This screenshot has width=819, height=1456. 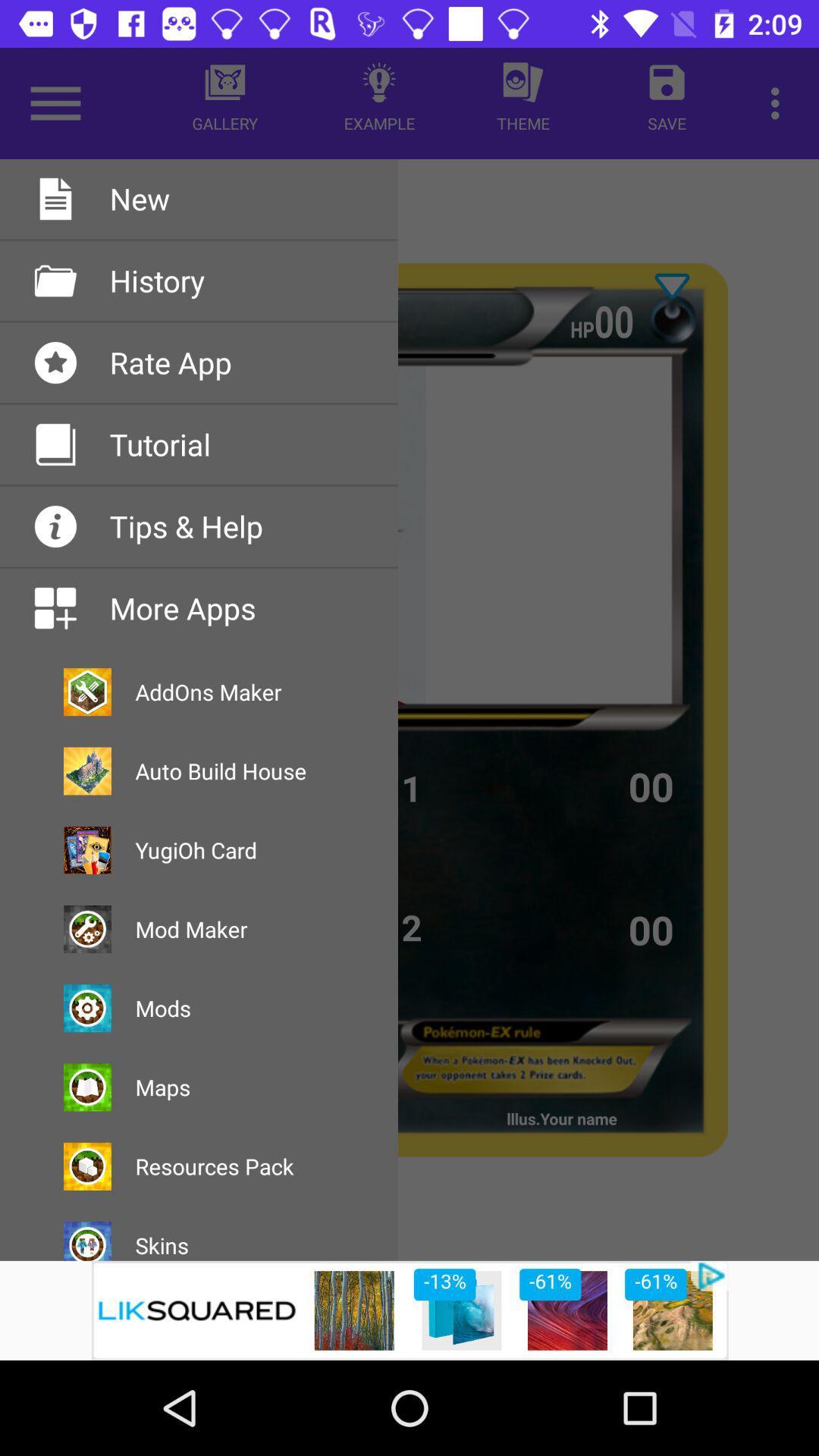 What do you see at coordinates (671, 286) in the screenshot?
I see `the expand_more icon` at bounding box center [671, 286].